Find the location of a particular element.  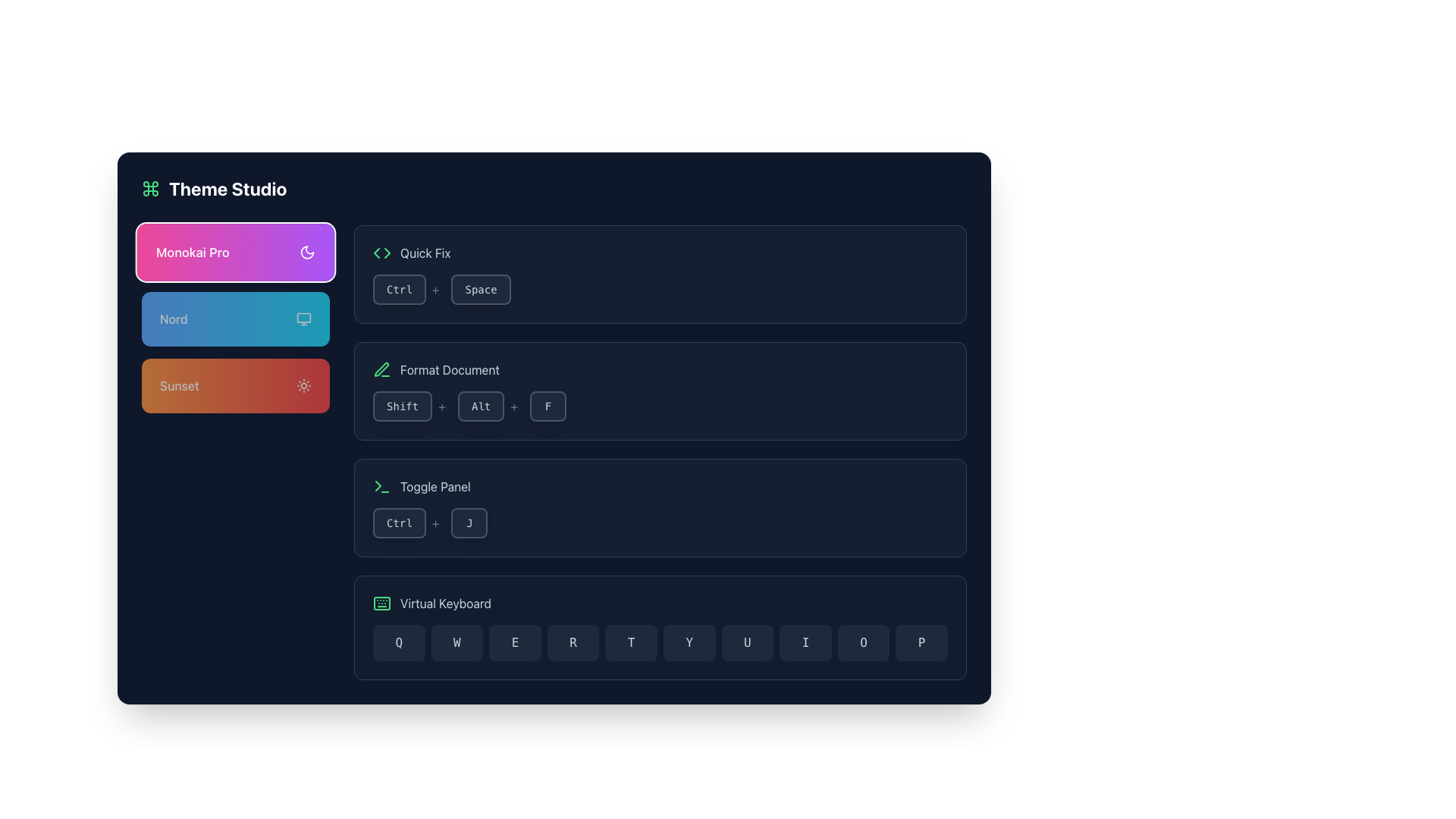

the 'Ctrl' key display element, which is part of a keyboard shortcut representation located in the 'Toggle Panel' section, positioned to the left of a '+' symbol and above a 'J' key is located at coordinates (399, 522).